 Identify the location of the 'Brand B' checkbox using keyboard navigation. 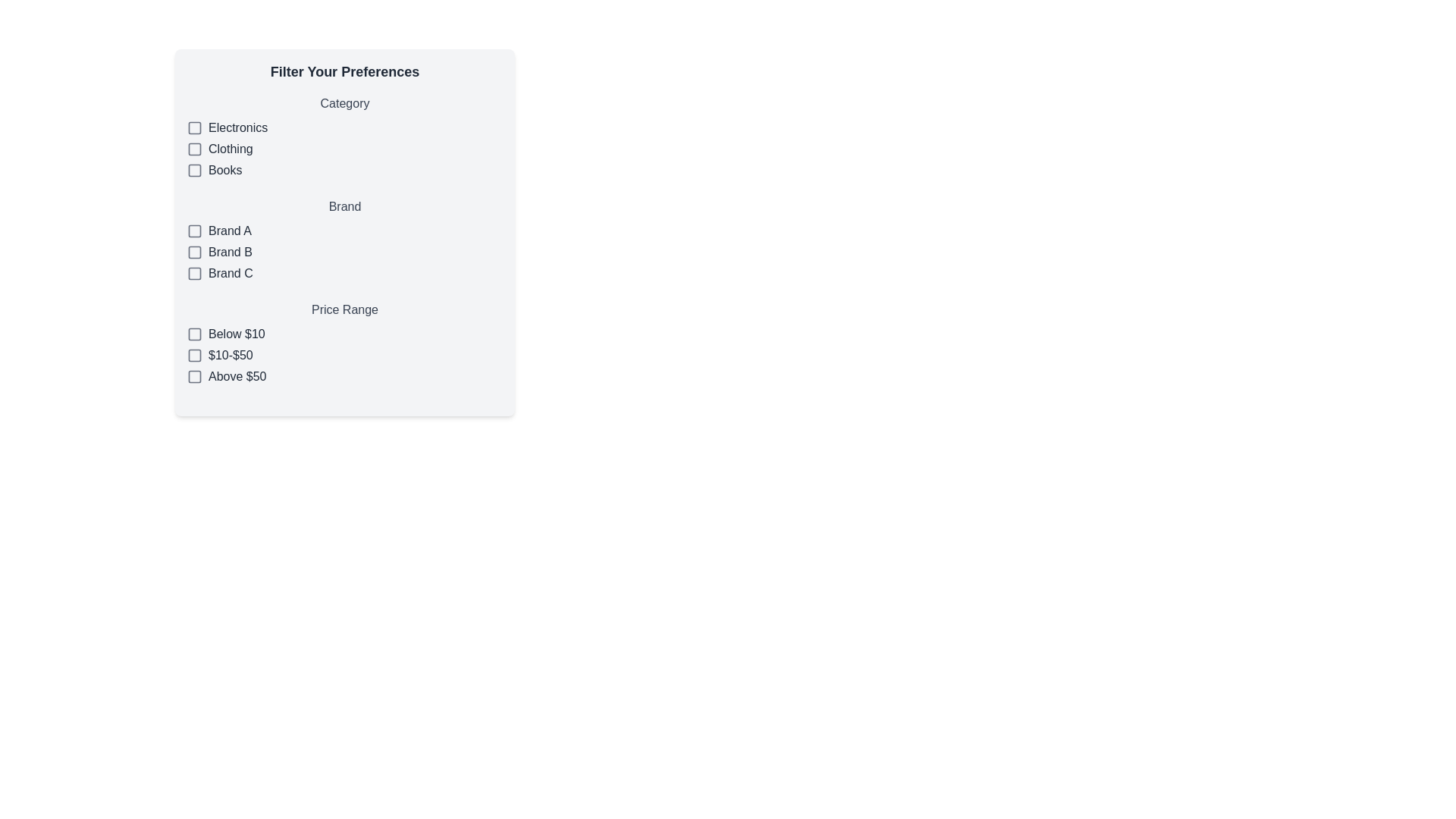
(194, 251).